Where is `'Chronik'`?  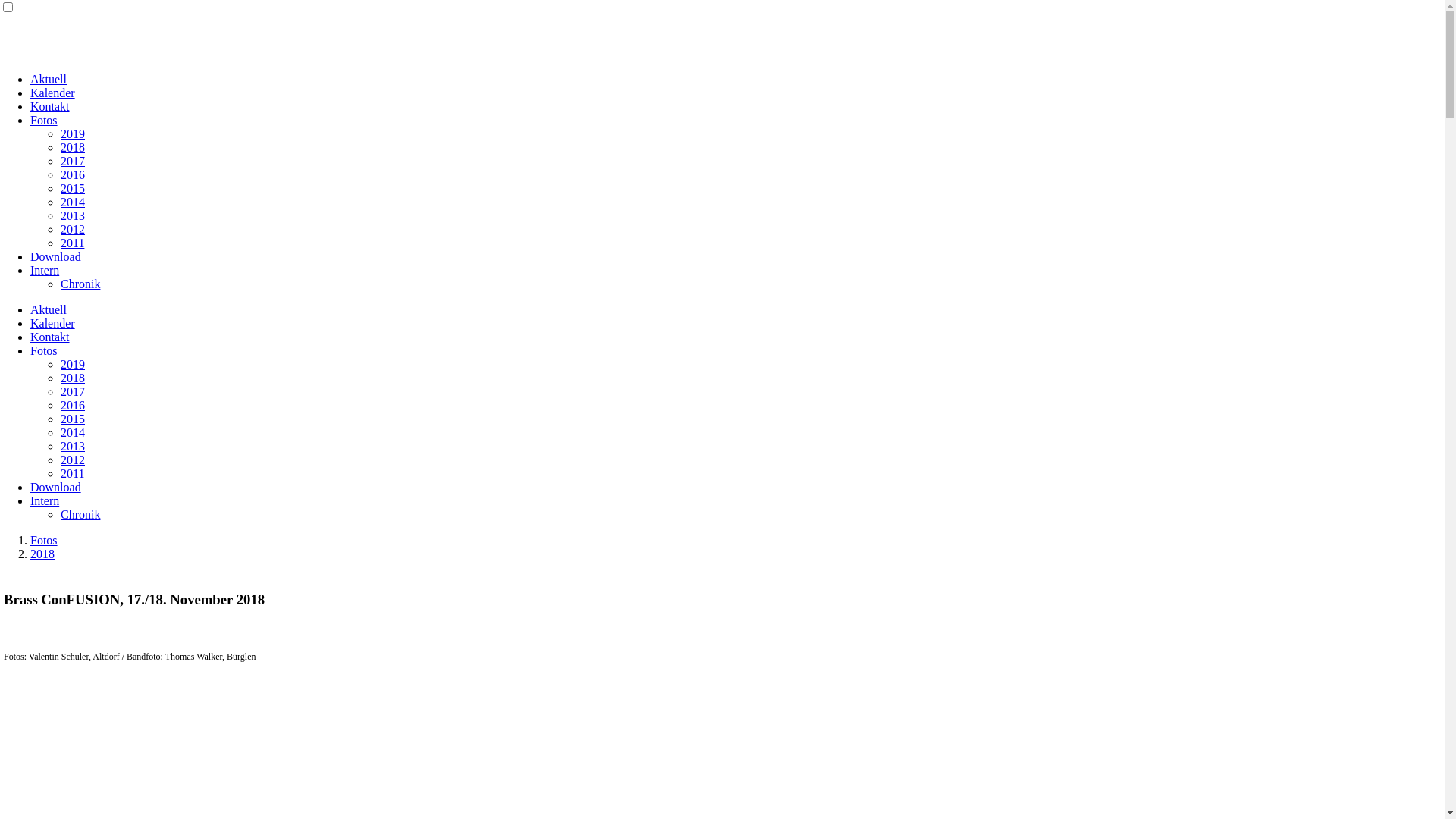 'Chronik' is located at coordinates (79, 284).